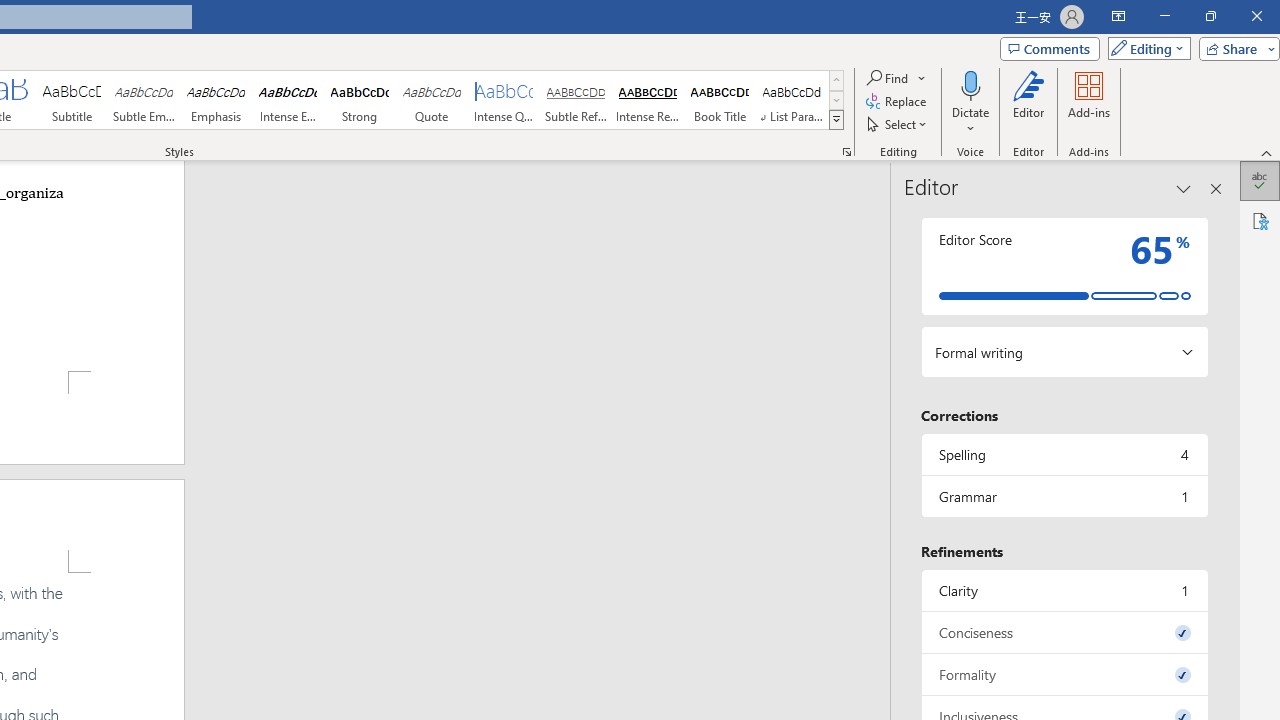  What do you see at coordinates (1259, 221) in the screenshot?
I see `'Accessibility'` at bounding box center [1259, 221].